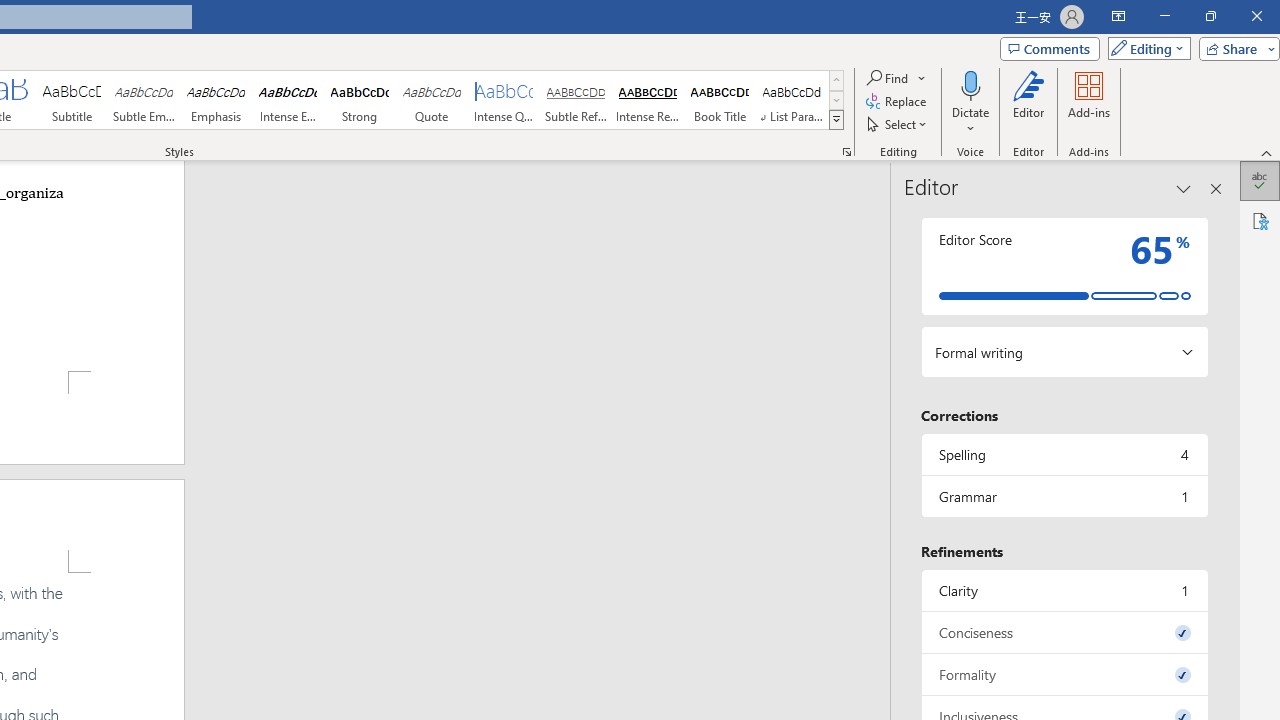  What do you see at coordinates (1259, 221) in the screenshot?
I see `'Accessibility'` at bounding box center [1259, 221].